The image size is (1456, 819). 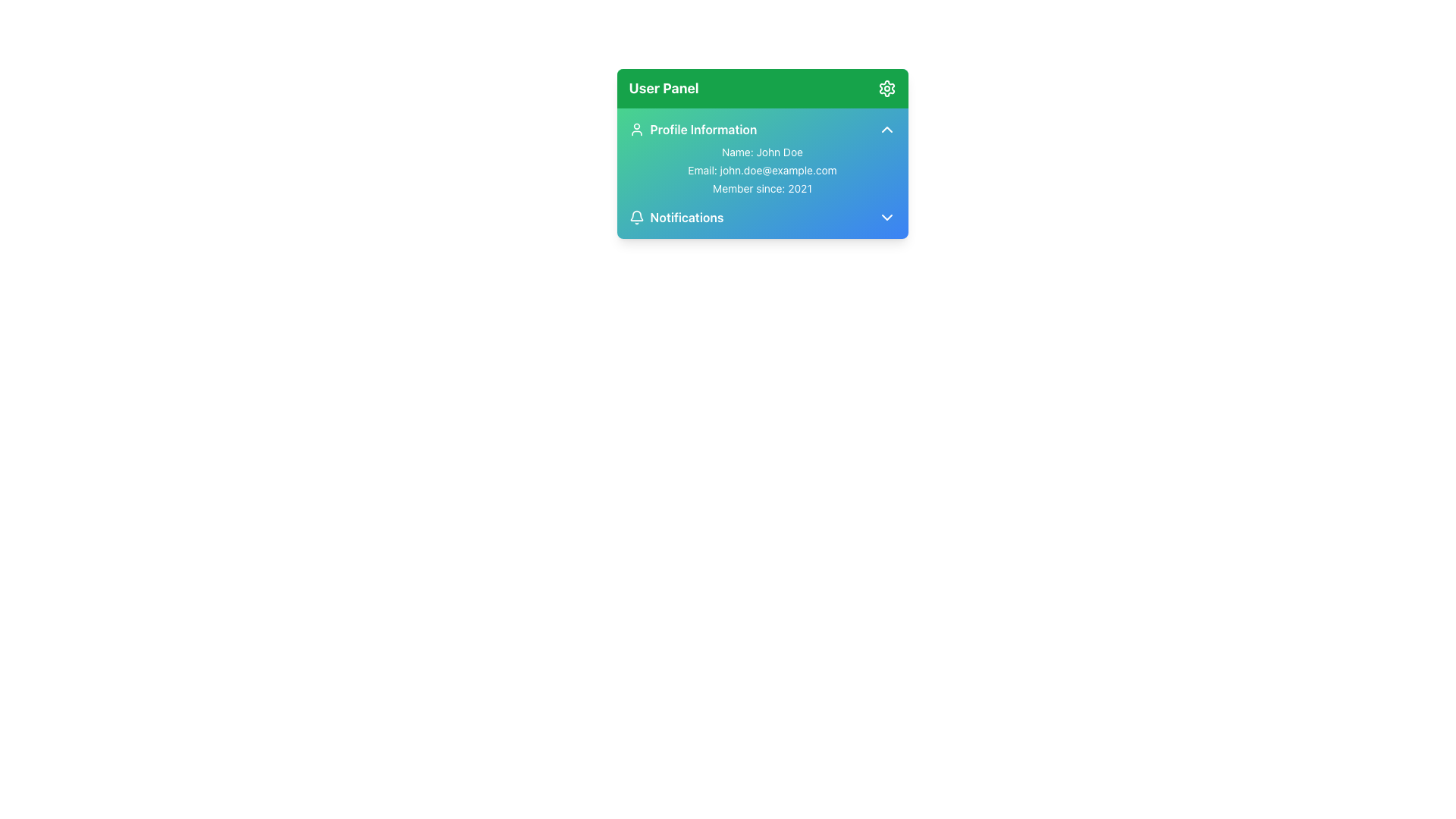 What do you see at coordinates (762, 152) in the screenshot?
I see `the static text label displaying the user's name, which is located in the 'Profile Information' section, positioned above the 'Email' and 'Member since' labels` at bounding box center [762, 152].